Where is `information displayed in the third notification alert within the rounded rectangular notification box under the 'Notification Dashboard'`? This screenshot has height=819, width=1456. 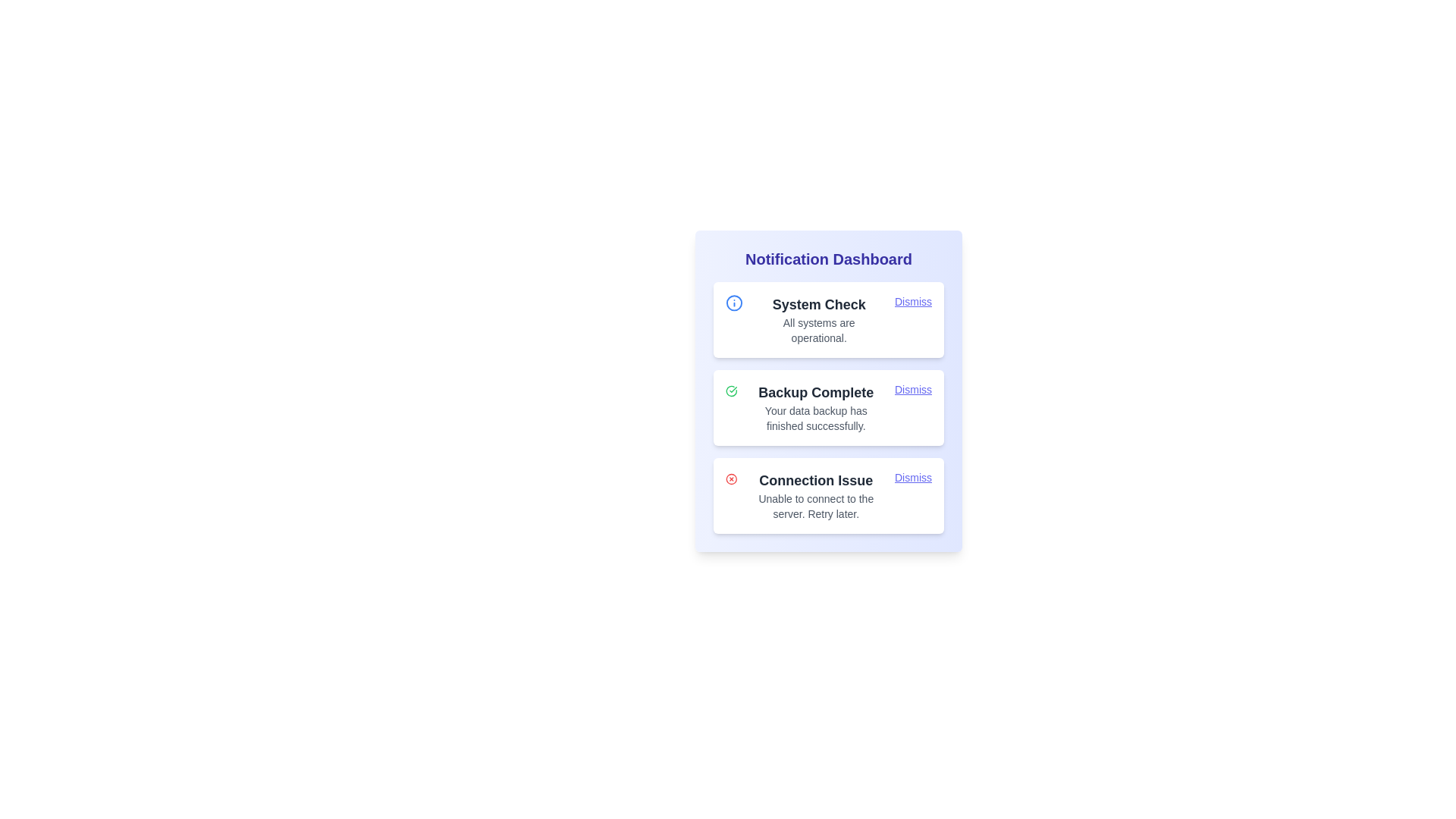 information displayed in the third notification alert within the rounded rectangular notification box under the 'Notification Dashboard' is located at coordinates (815, 496).